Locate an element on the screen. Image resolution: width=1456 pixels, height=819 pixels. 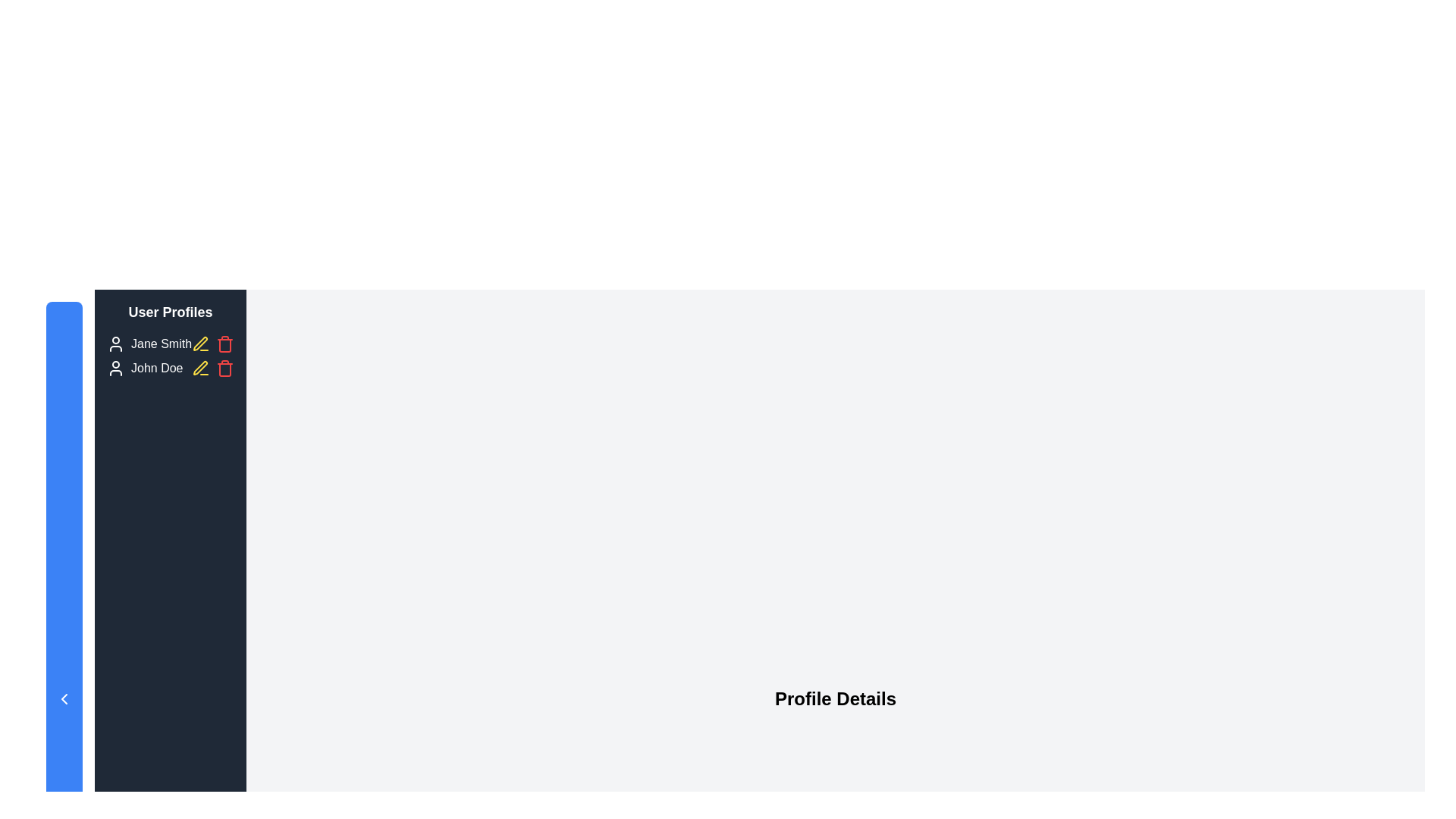
the section heading labeled 'User Profiles' to access adjacent interactive elements related to user profiles is located at coordinates (171, 312).